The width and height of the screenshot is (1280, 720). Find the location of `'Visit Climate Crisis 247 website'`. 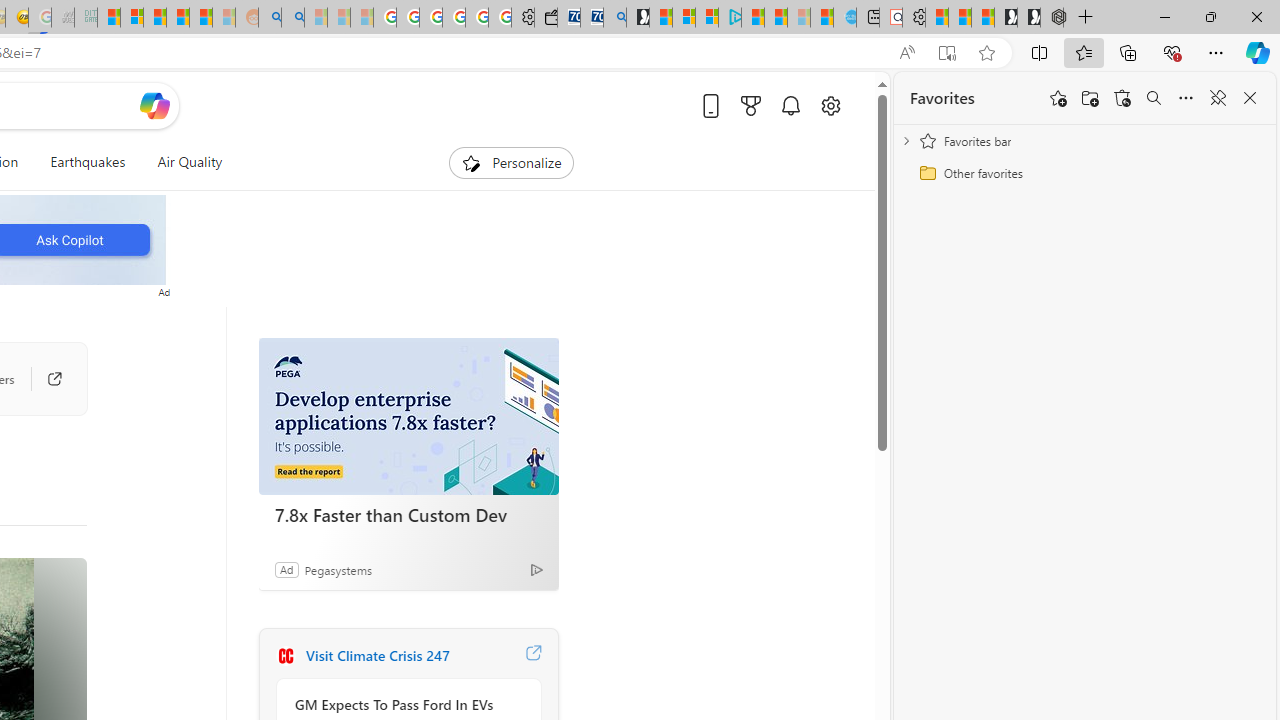

'Visit Climate Crisis 247 website' is located at coordinates (533, 655).